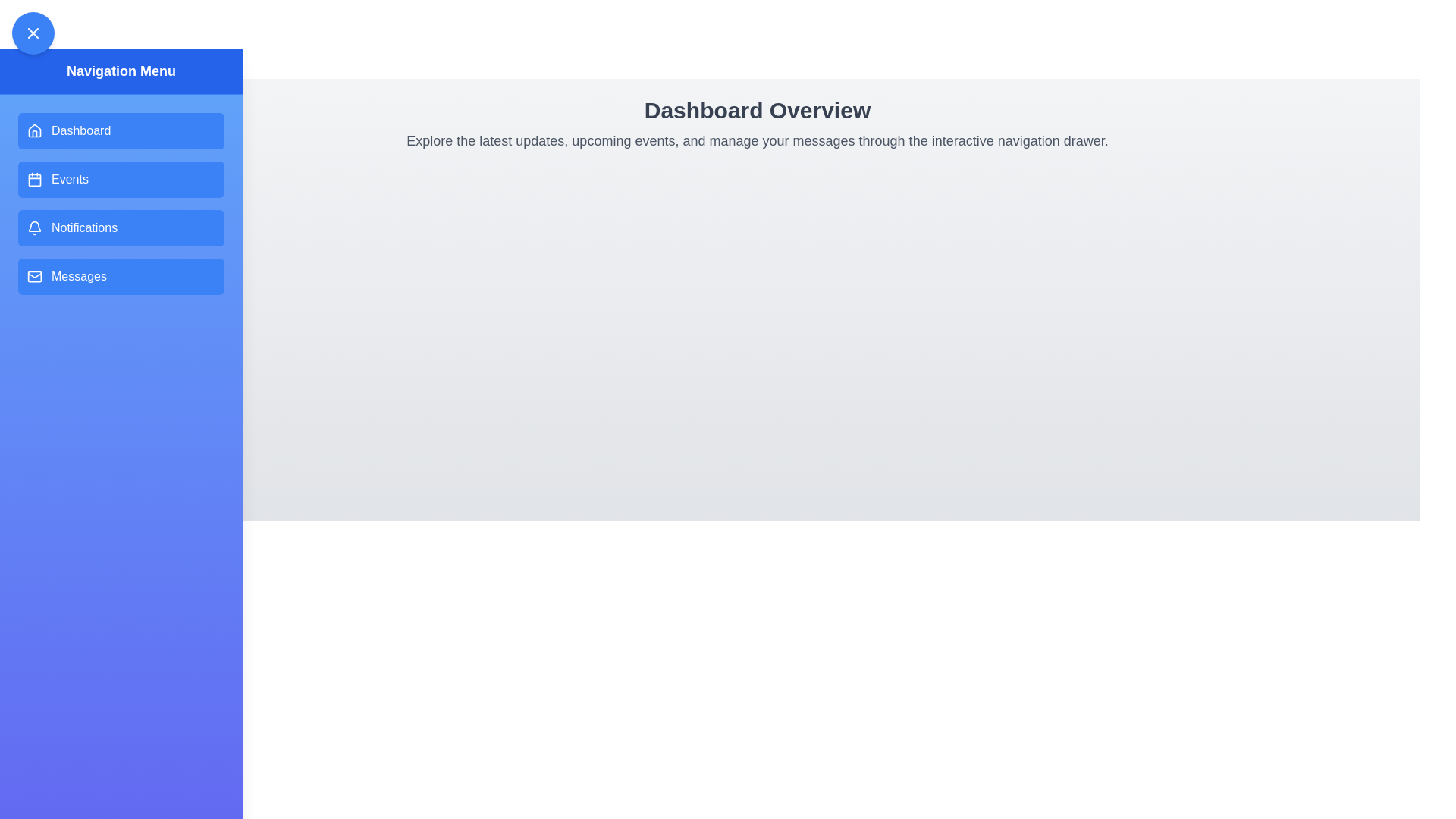  Describe the element at coordinates (120, 71) in the screenshot. I see `the drawer header to initiate customization` at that location.